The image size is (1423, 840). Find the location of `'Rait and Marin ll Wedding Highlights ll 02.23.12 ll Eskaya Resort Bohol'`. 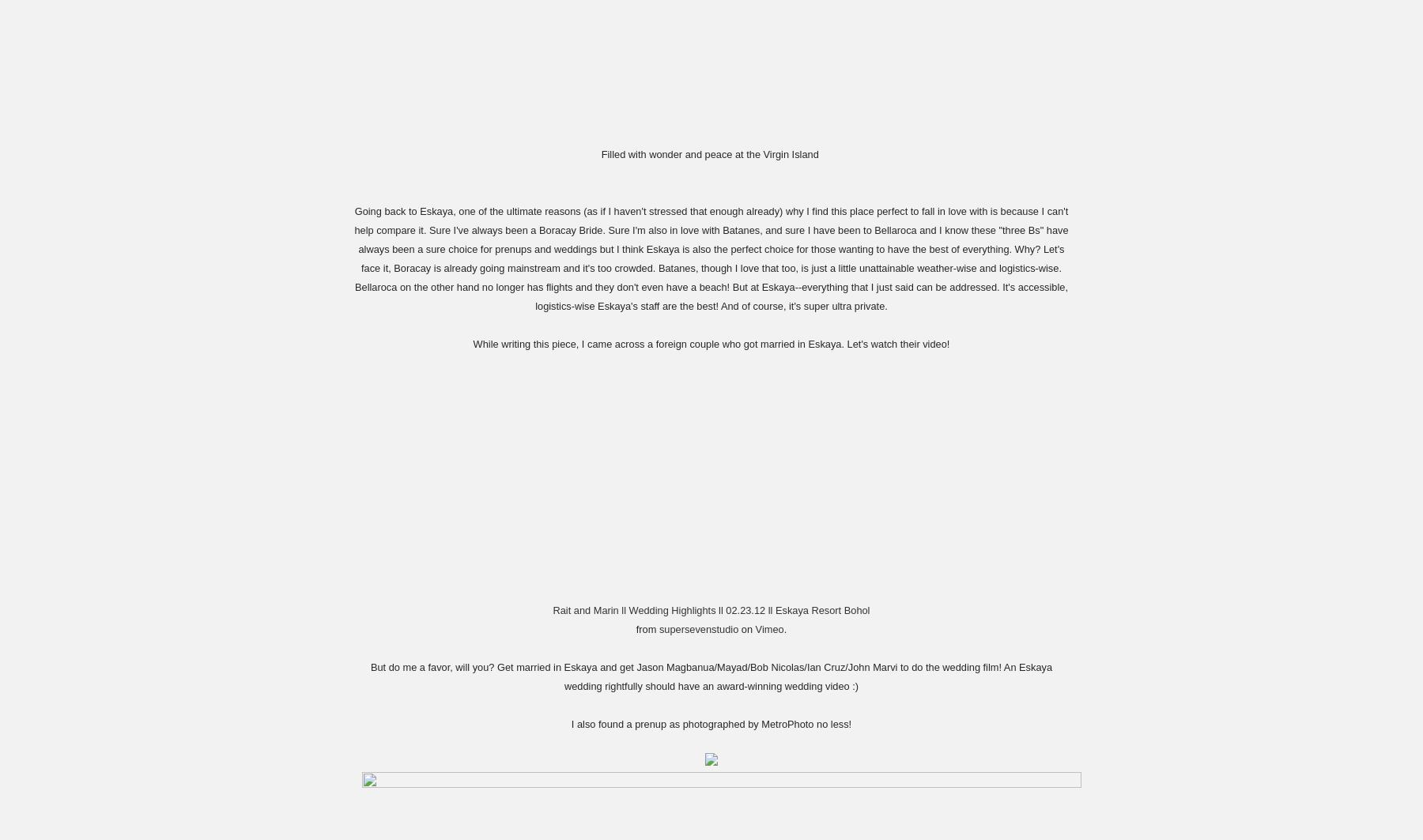

'Rait and Marin ll Wedding Highlights ll 02.23.12 ll Eskaya Resort Bohol' is located at coordinates (711, 608).